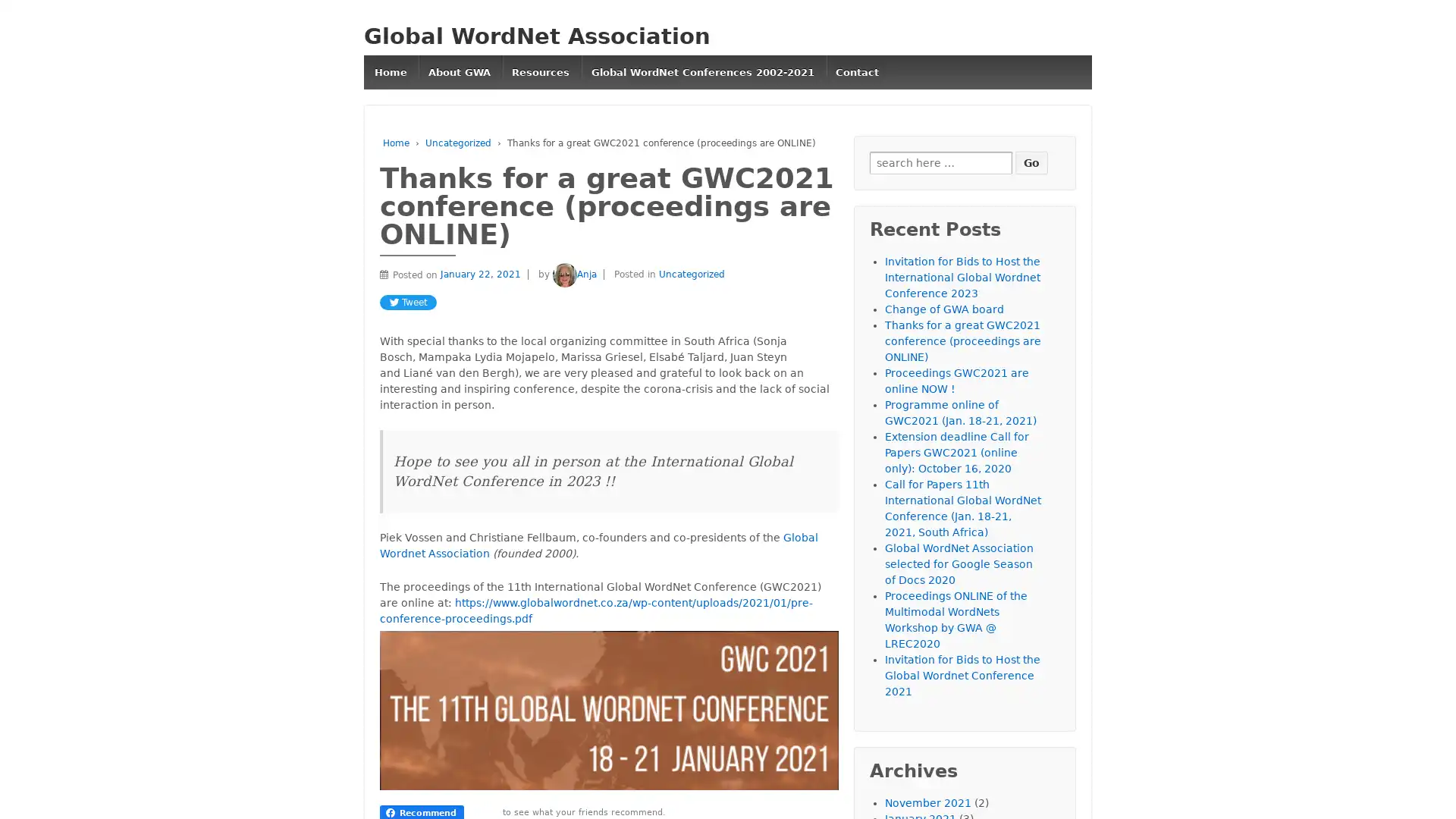 This screenshot has width=1456, height=819. Describe the element at coordinates (1031, 162) in the screenshot. I see `Go` at that location.